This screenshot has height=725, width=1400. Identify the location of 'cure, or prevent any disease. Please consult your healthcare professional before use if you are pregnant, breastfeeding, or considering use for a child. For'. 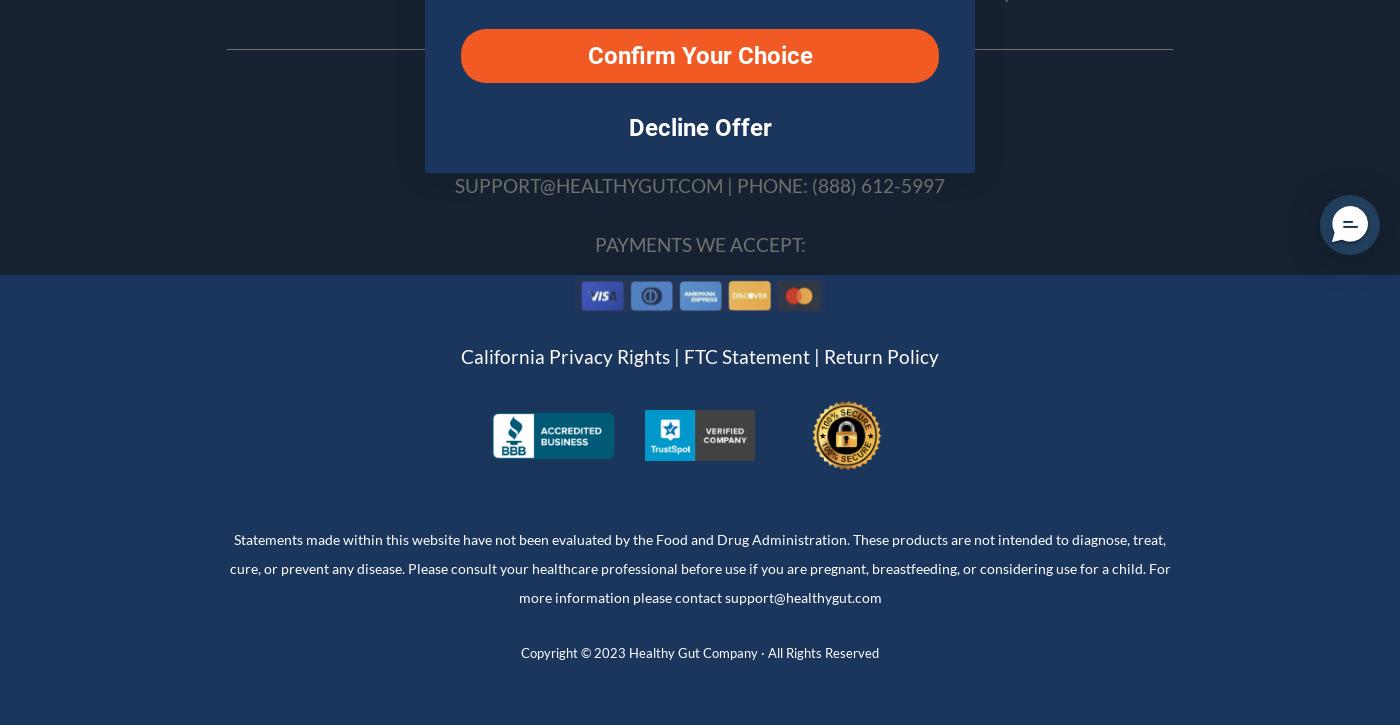
(699, 567).